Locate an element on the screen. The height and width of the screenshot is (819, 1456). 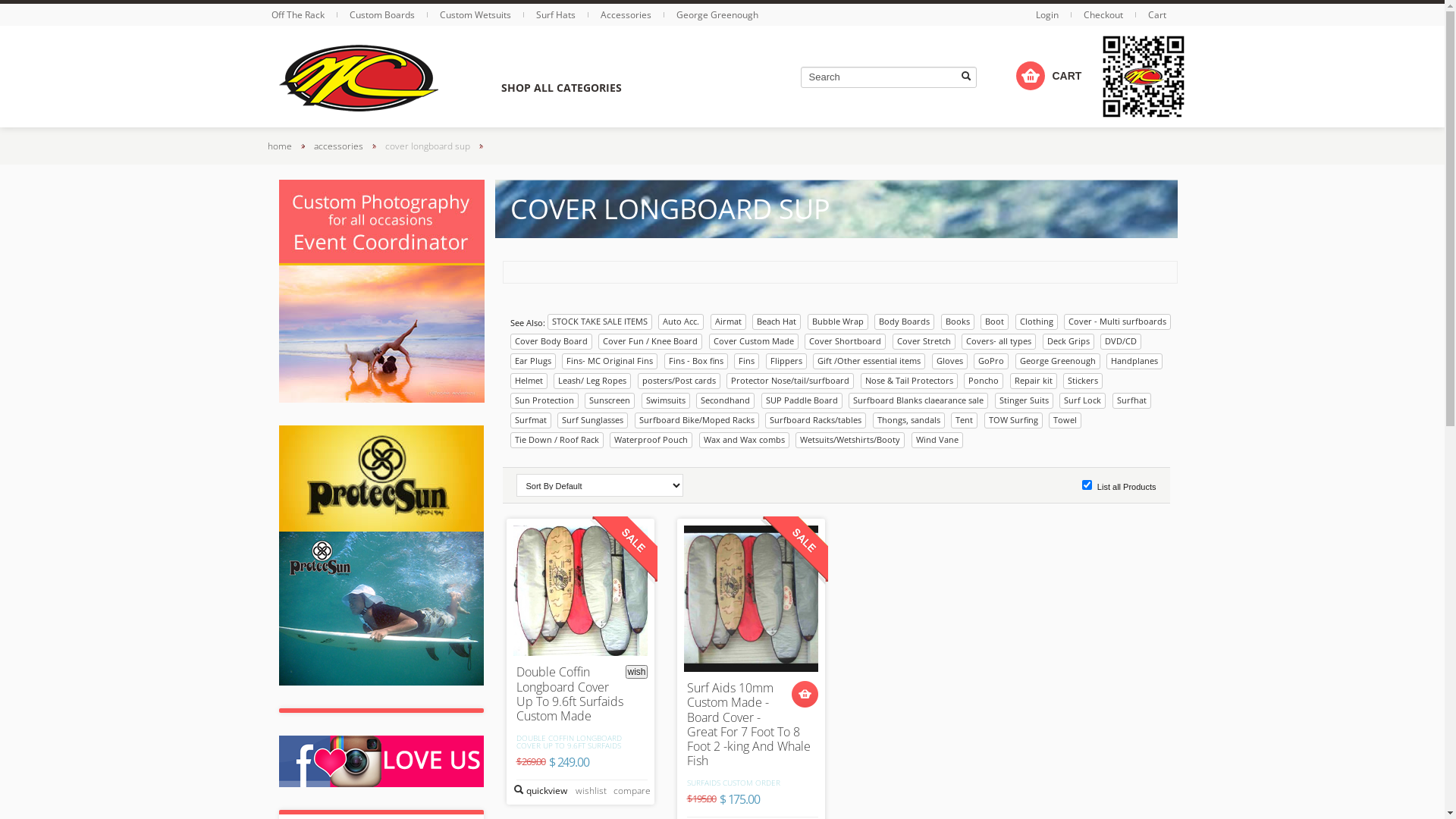
'Waterproof Pouch' is located at coordinates (651, 440).